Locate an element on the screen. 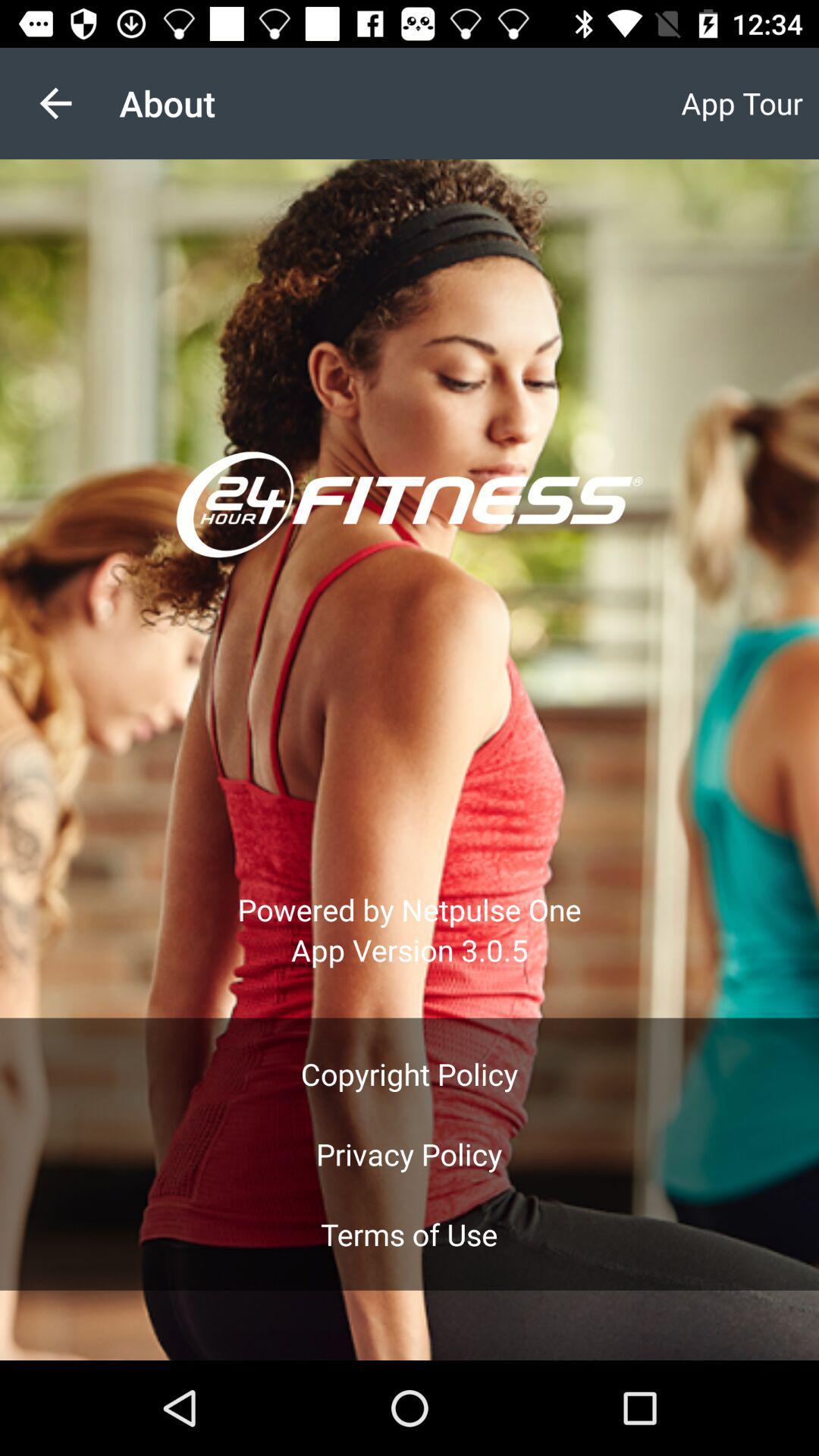  the icon next to the about item is located at coordinates (55, 102).